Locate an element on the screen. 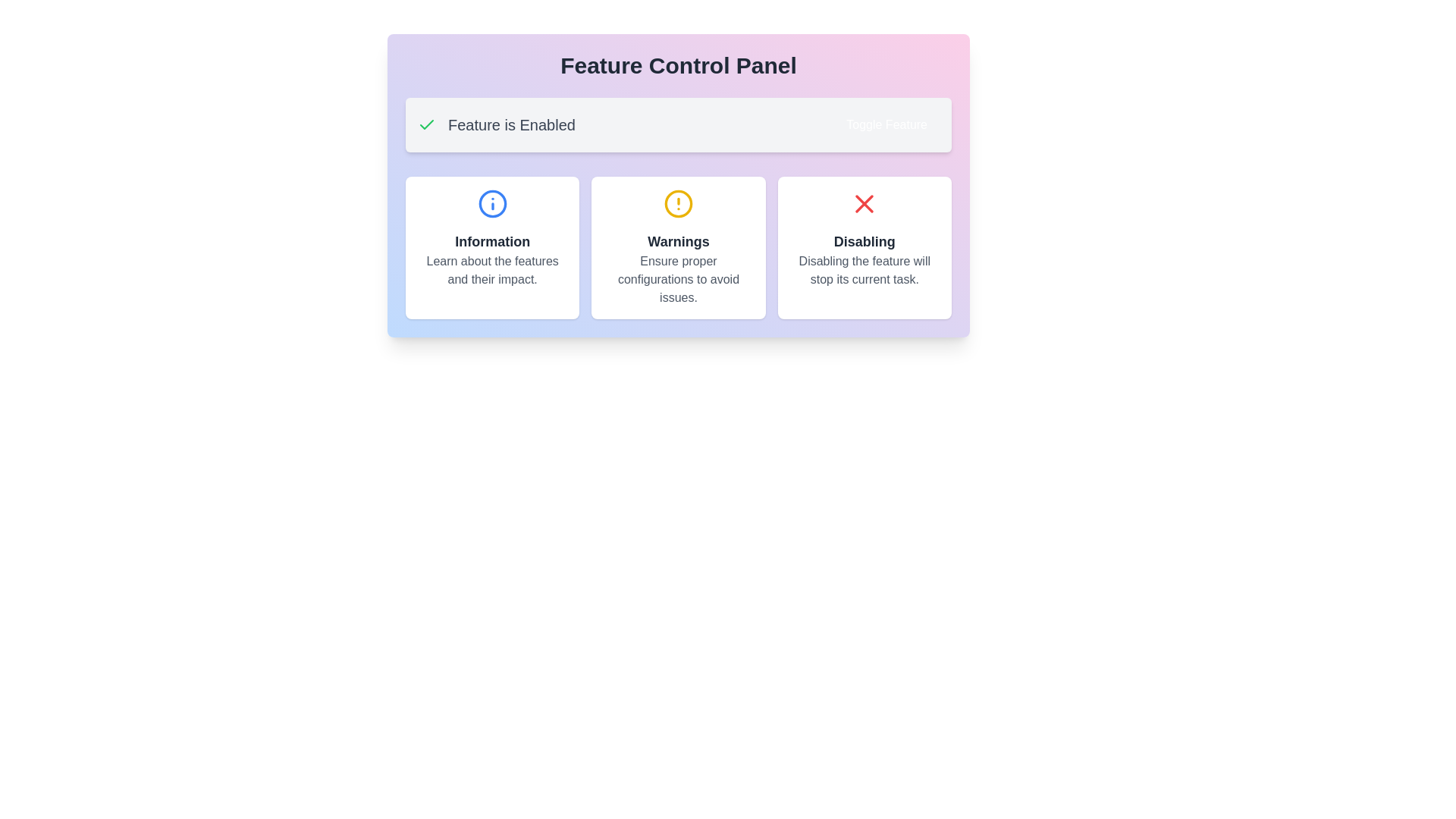 The image size is (1456, 819). the title text label of the rightmost card that communicates the consequences of disabling a feature in the Feature Control Panel is located at coordinates (864, 241).